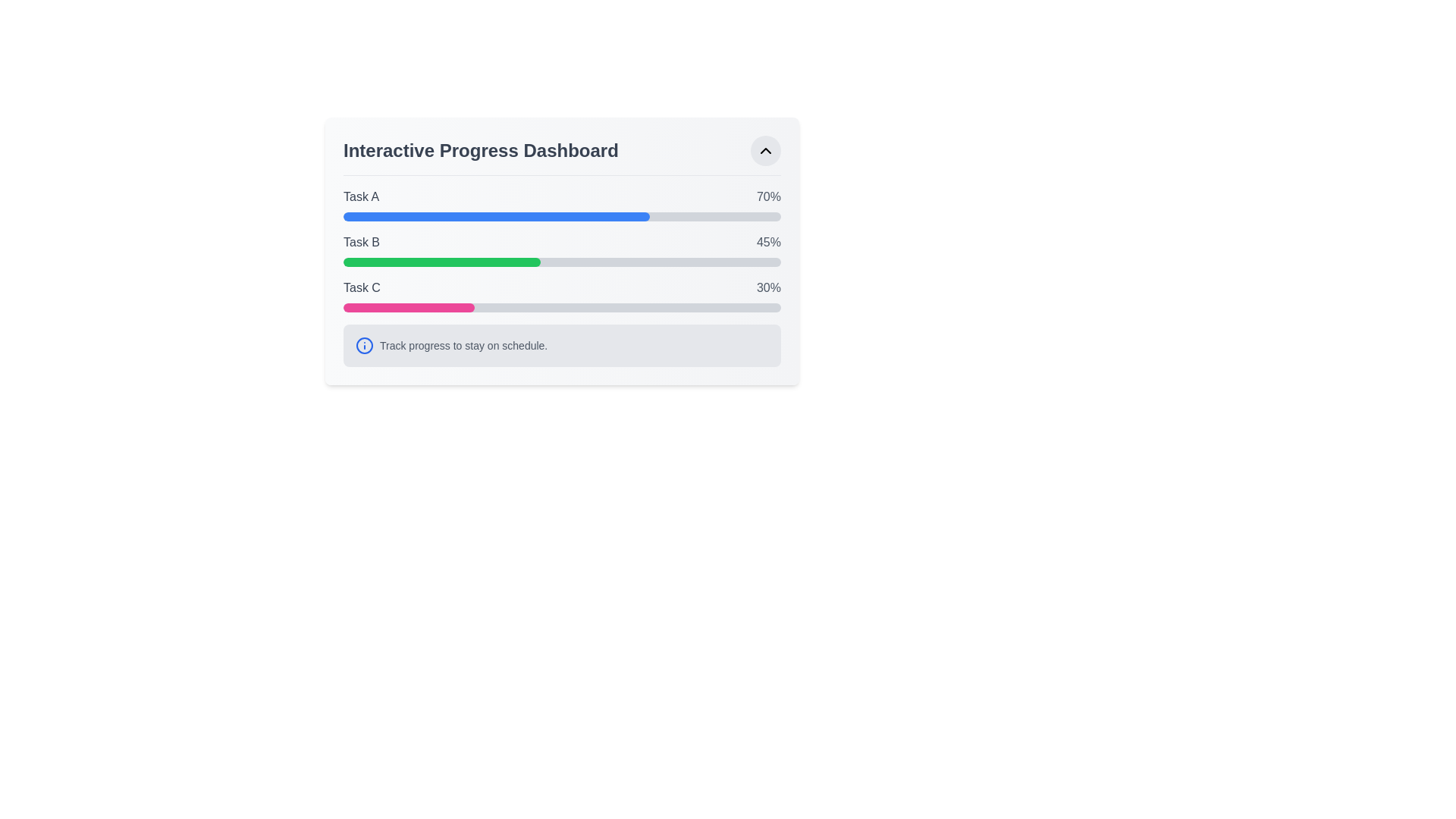 This screenshot has width=1456, height=819. I want to click on the circular information icon with a blue outer border and a white center, so click(364, 345).